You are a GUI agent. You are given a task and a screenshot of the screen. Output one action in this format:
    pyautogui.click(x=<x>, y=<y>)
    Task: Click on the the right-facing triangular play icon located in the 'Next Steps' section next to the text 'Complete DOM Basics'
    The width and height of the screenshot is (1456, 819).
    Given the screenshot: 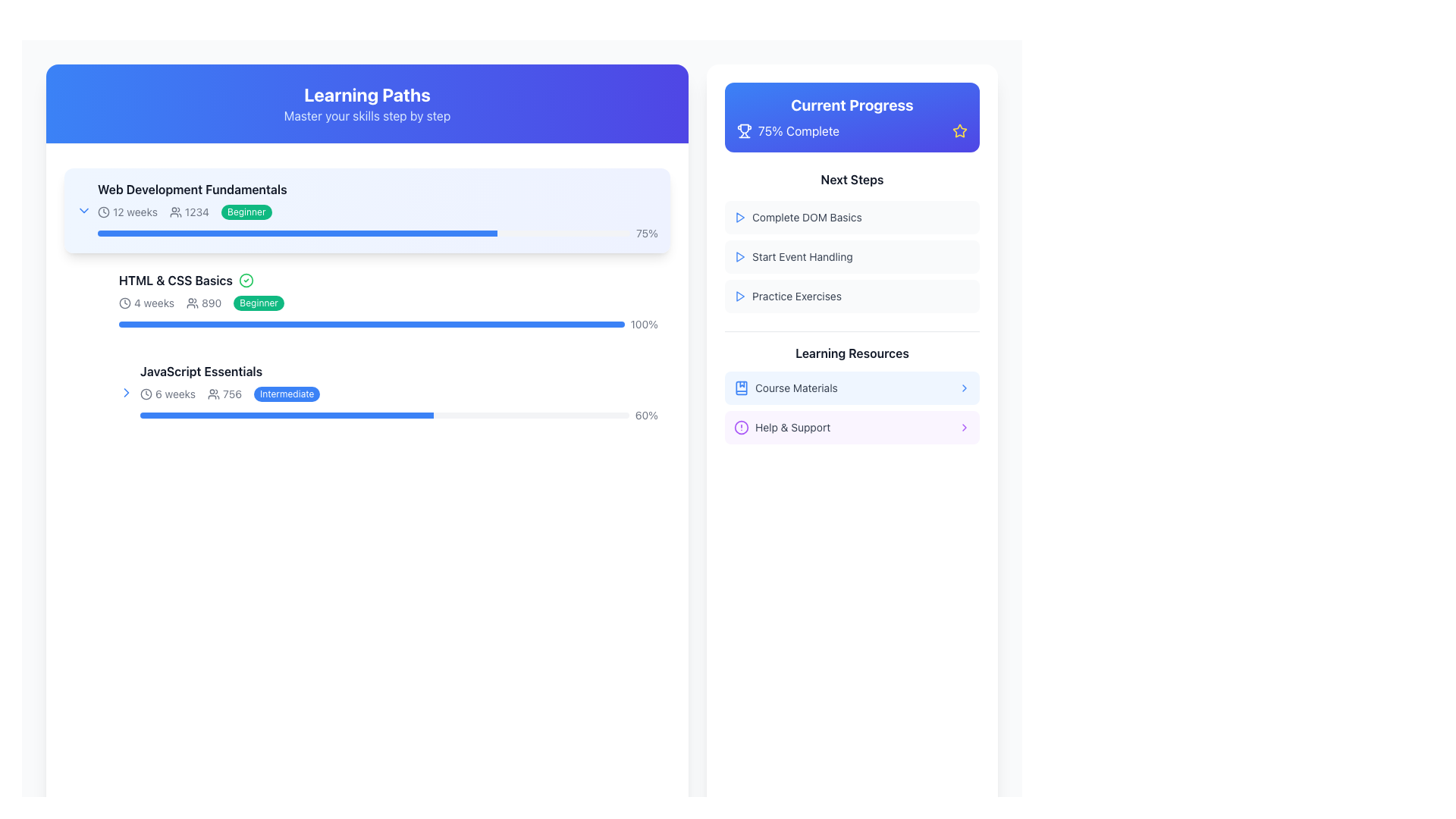 What is the action you would take?
    pyautogui.click(x=740, y=256)
    